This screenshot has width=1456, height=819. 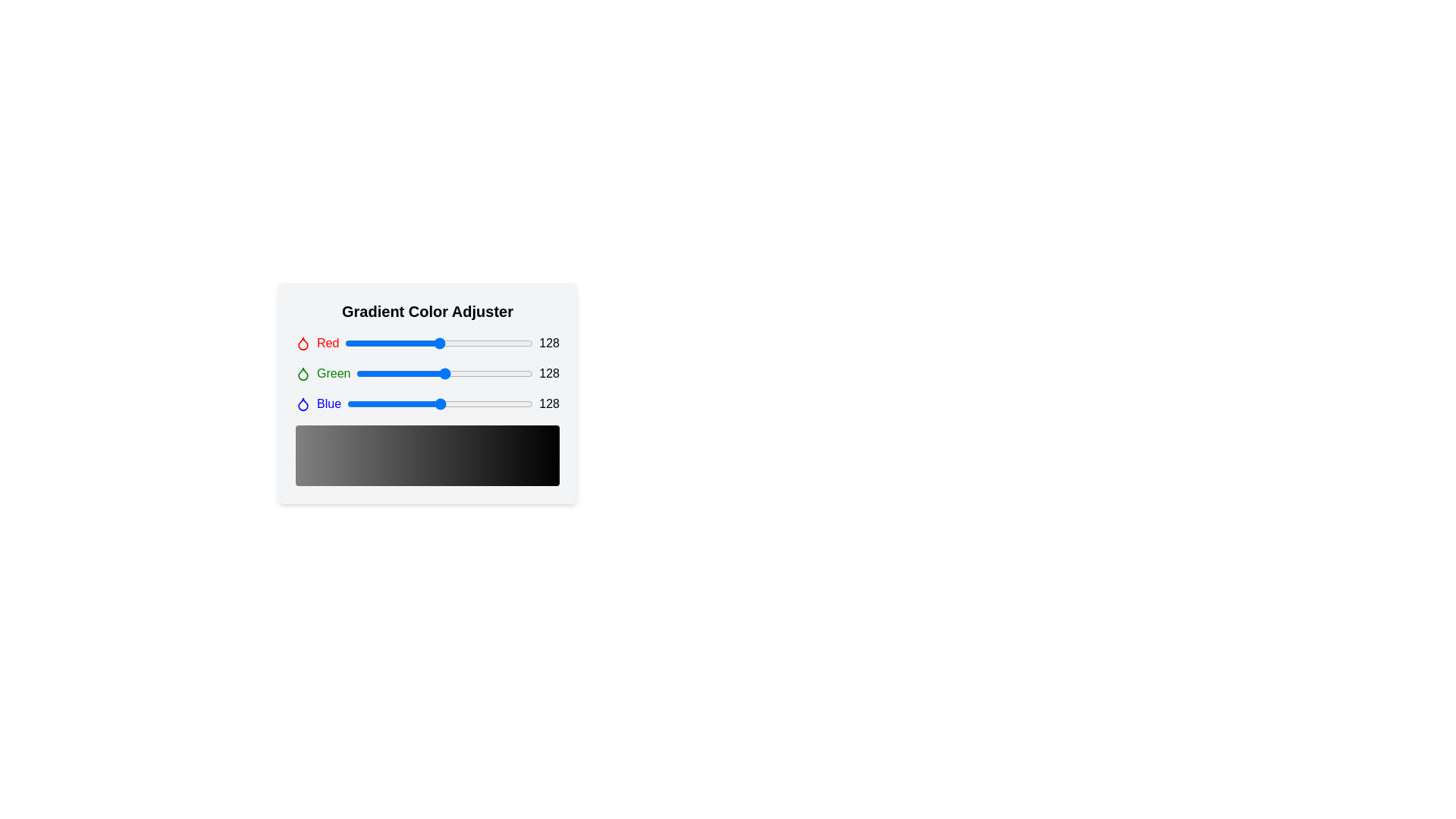 I want to click on the red color slider to 102, so click(x=420, y=343).